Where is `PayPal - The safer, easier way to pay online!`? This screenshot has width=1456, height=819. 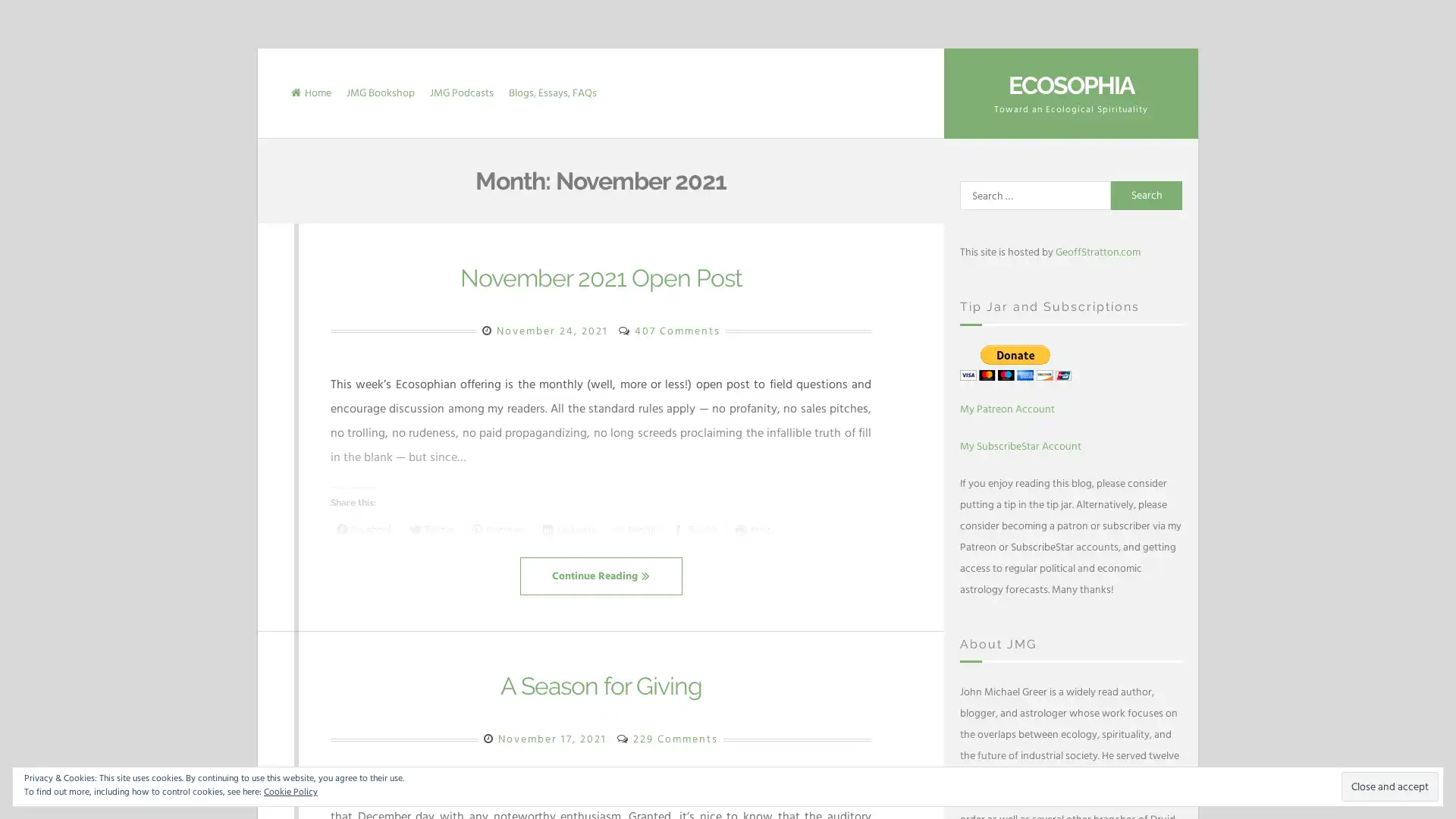 PayPal - The safer, easier way to pay online! is located at coordinates (1015, 362).